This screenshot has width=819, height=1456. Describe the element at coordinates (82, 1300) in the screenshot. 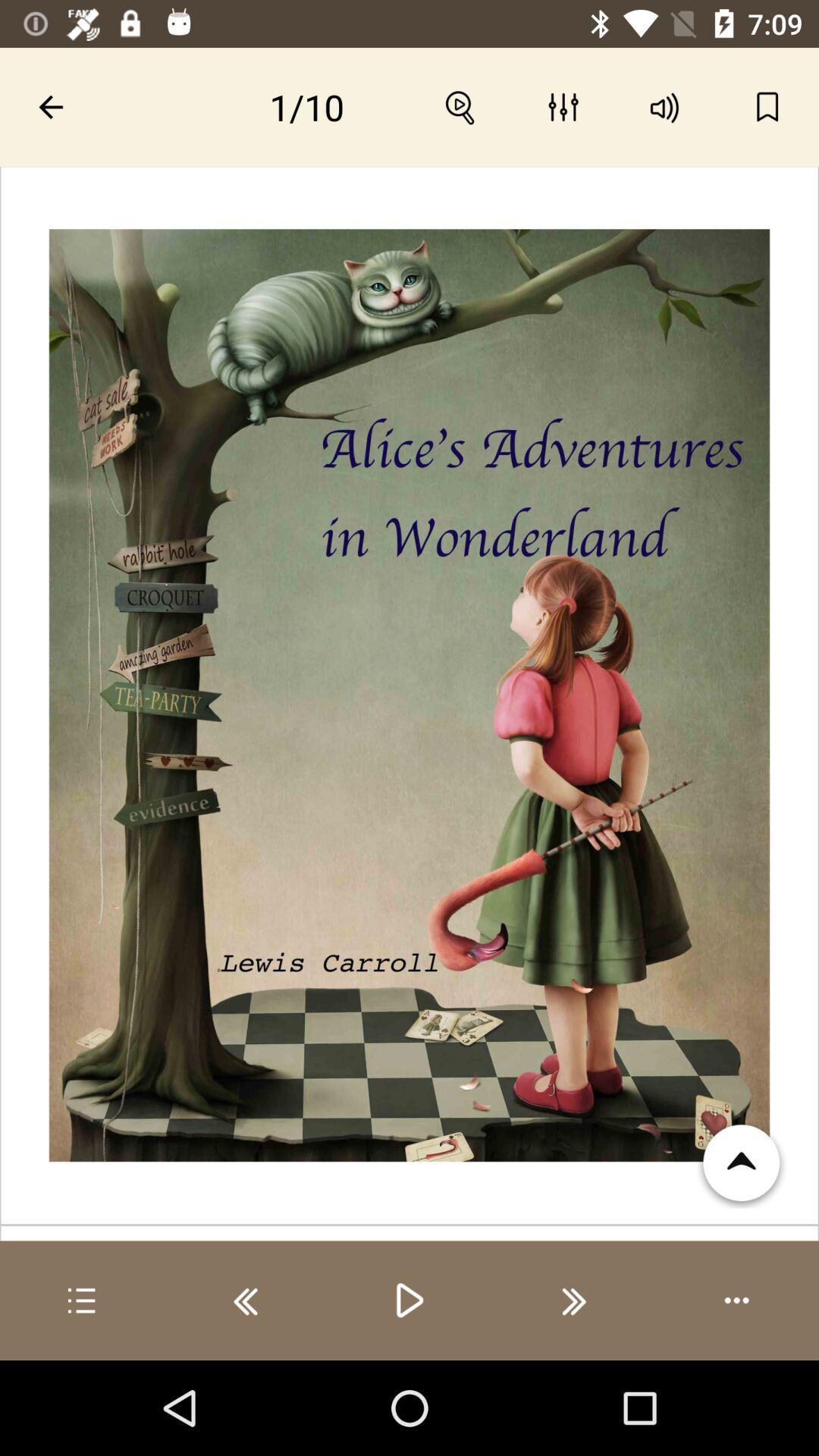

I see `open menu` at that location.